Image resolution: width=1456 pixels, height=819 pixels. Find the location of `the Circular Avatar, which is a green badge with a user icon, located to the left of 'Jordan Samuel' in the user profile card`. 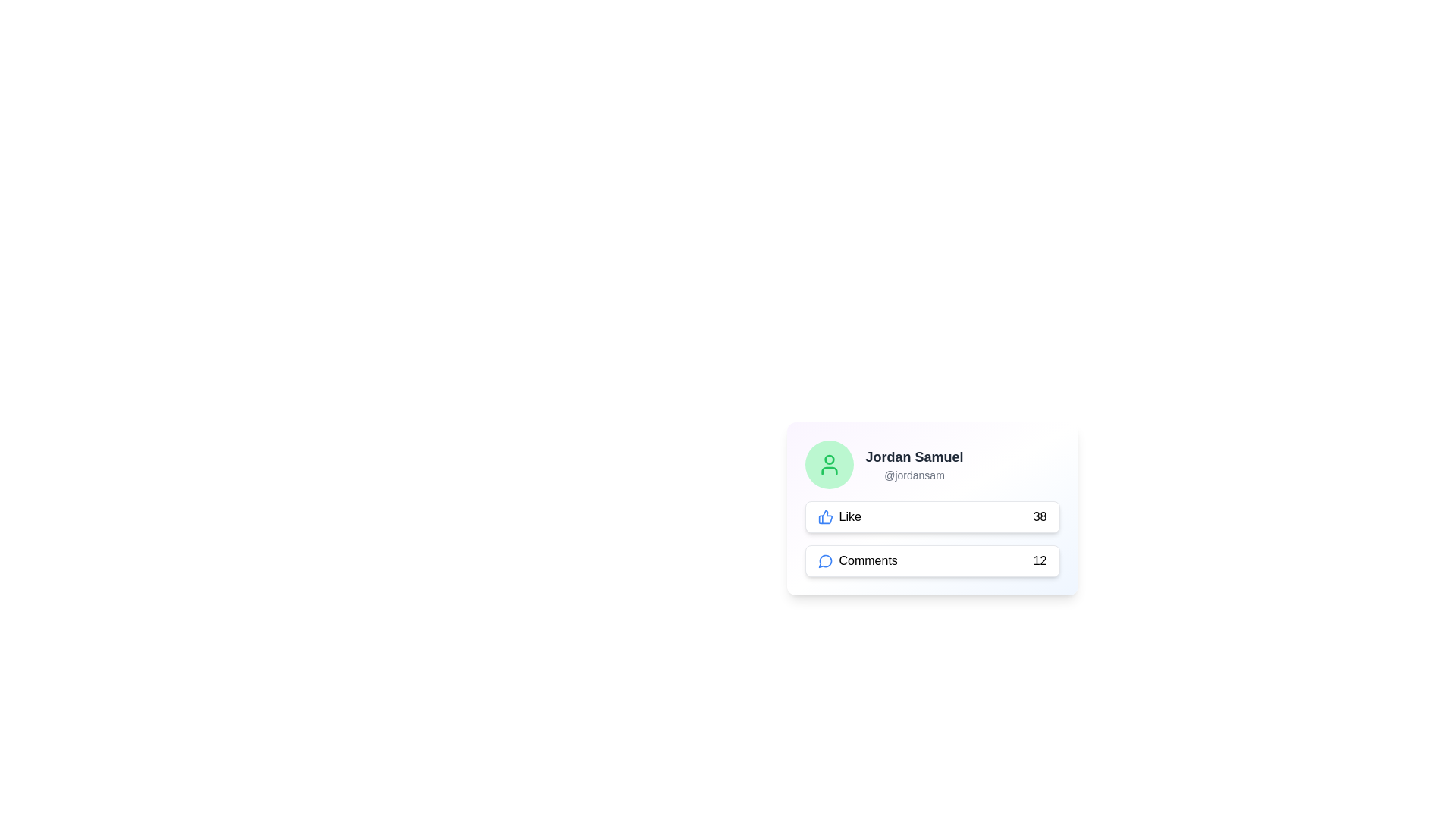

the Circular Avatar, which is a green badge with a user icon, located to the left of 'Jordan Samuel' in the user profile card is located at coordinates (828, 464).